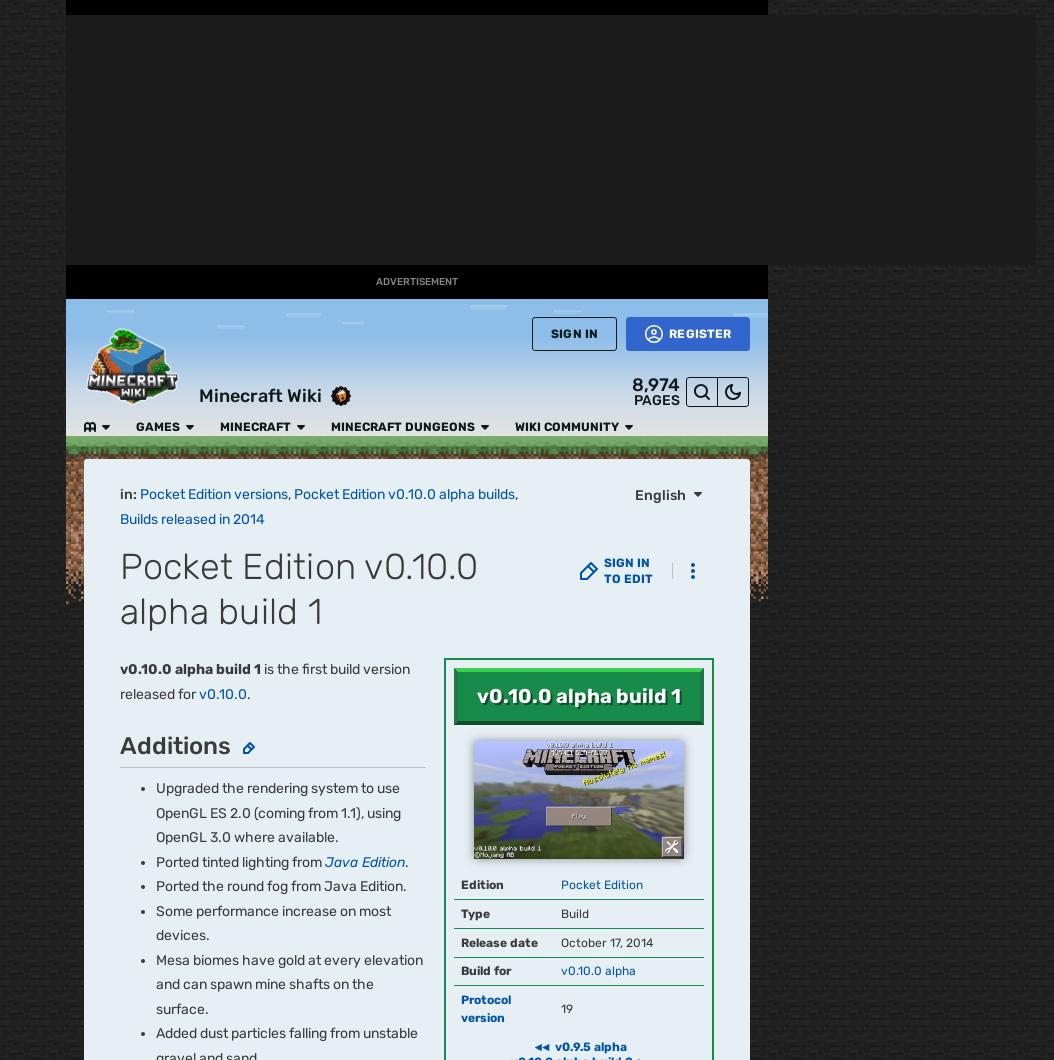 This screenshot has height=1060, width=1054. I want to click on 'Minecraft', so click(278, 22).